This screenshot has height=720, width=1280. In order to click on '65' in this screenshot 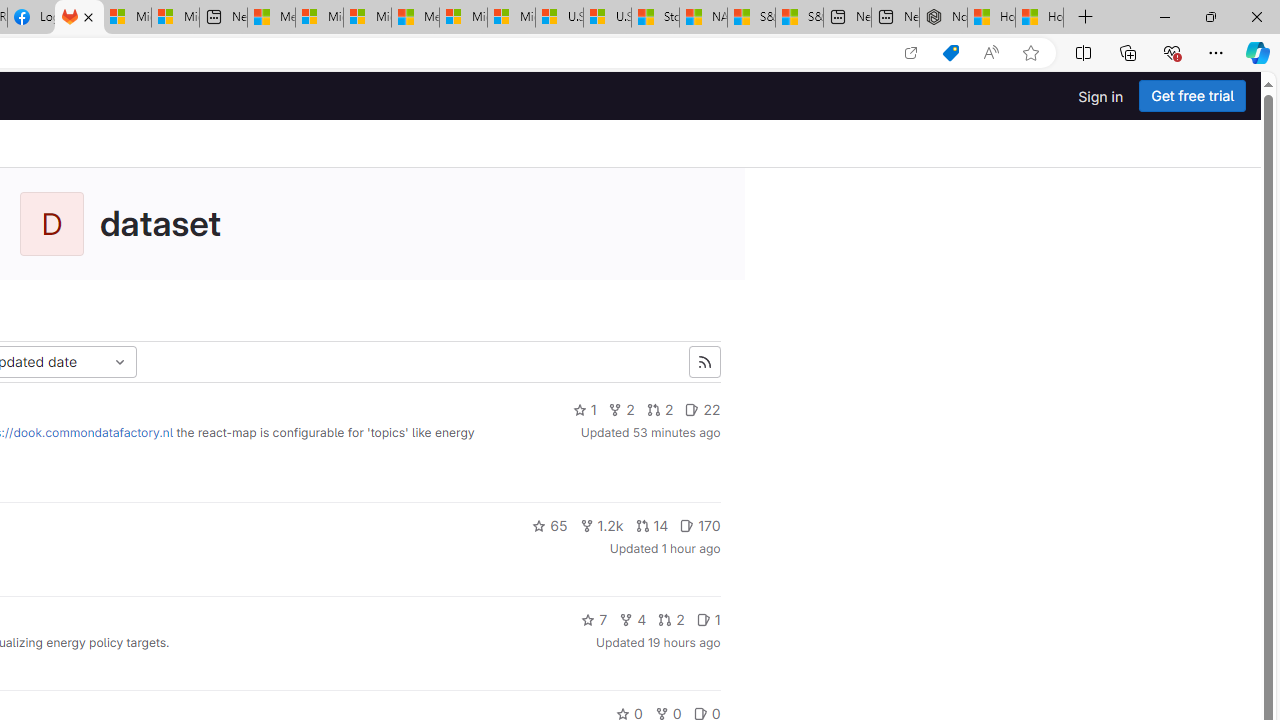, I will do `click(550, 524)`.